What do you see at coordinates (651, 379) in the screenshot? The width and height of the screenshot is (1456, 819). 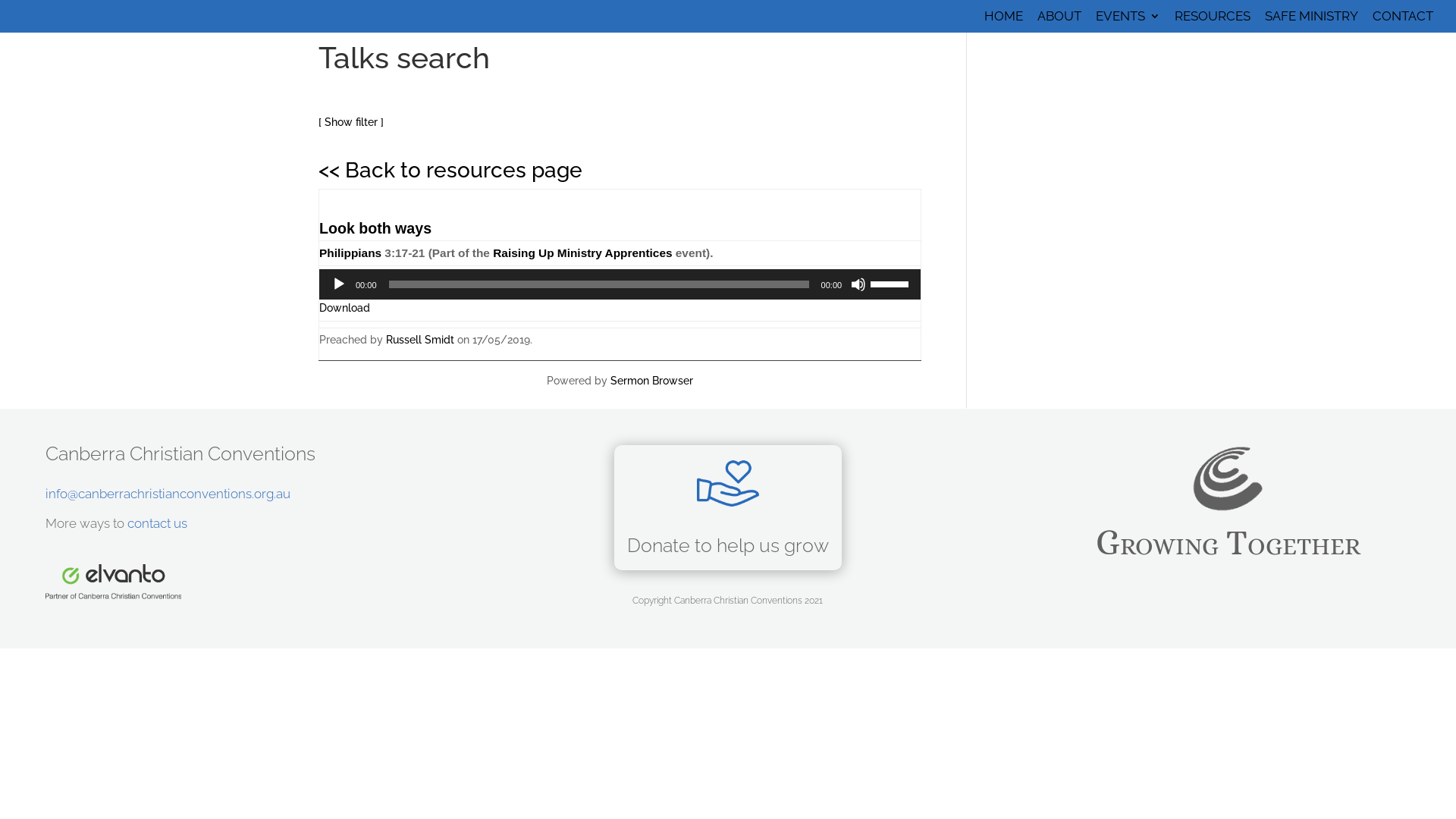 I see `'Sermon Browser'` at bounding box center [651, 379].